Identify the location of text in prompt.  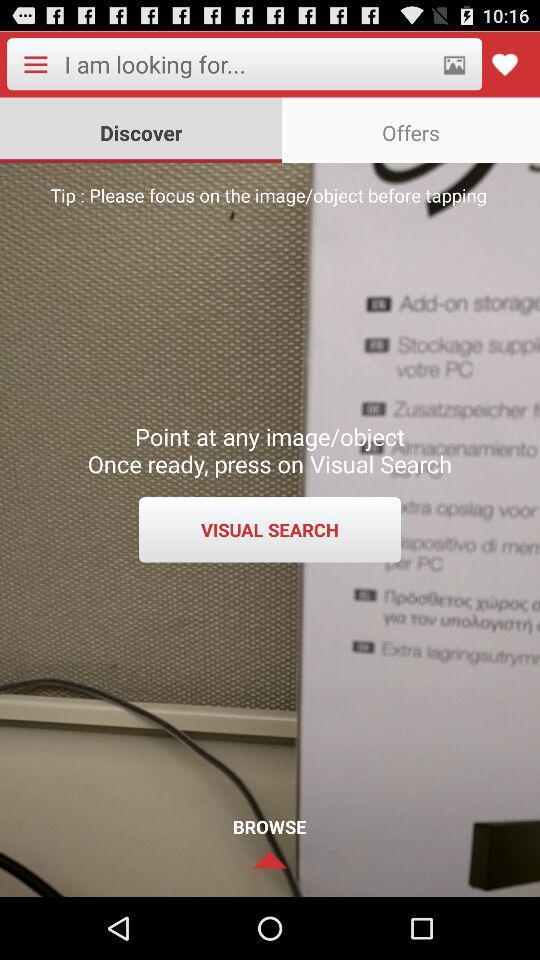
(247, 64).